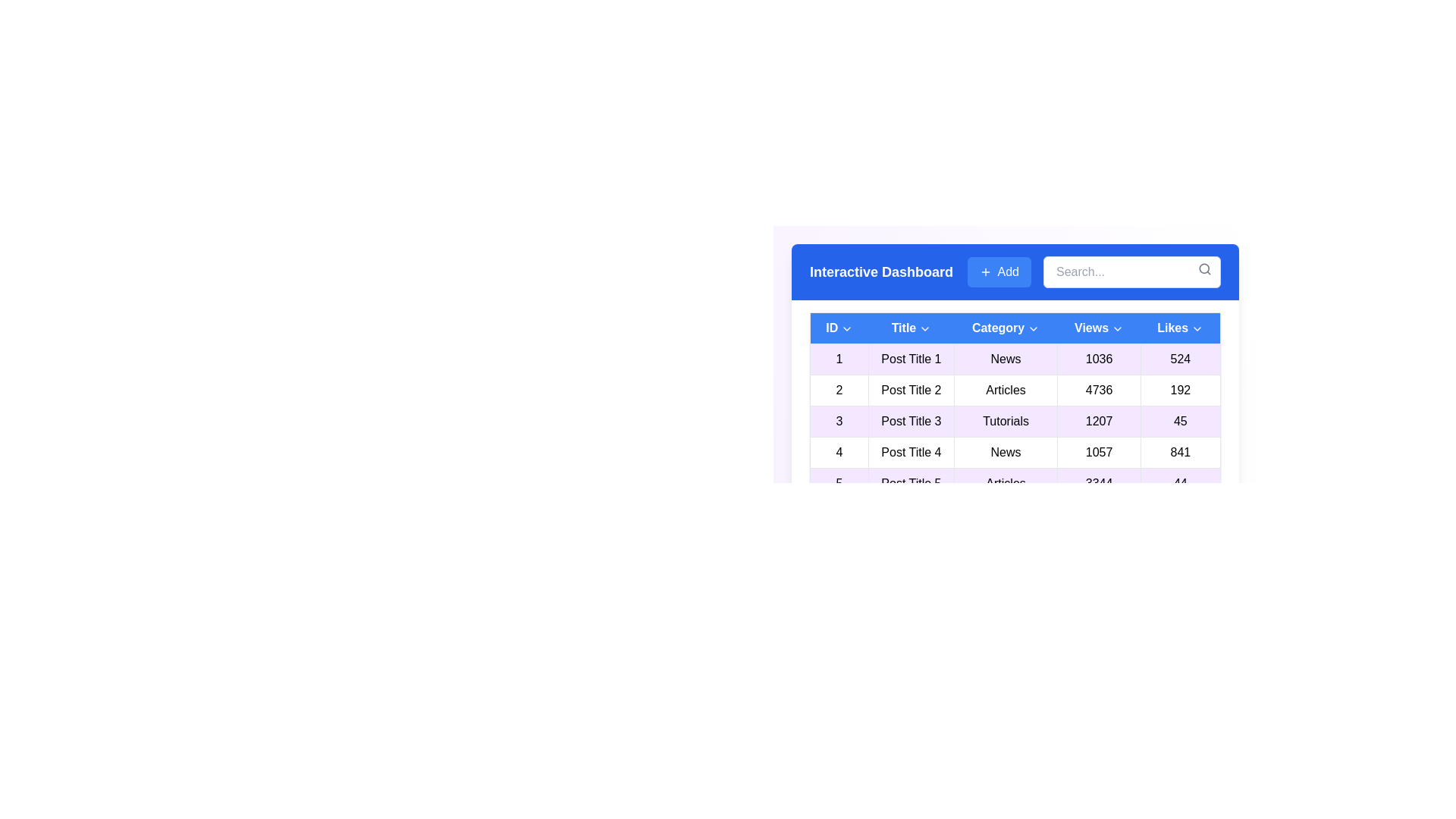  What do you see at coordinates (1099, 327) in the screenshot?
I see `the column header to sort by Views` at bounding box center [1099, 327].